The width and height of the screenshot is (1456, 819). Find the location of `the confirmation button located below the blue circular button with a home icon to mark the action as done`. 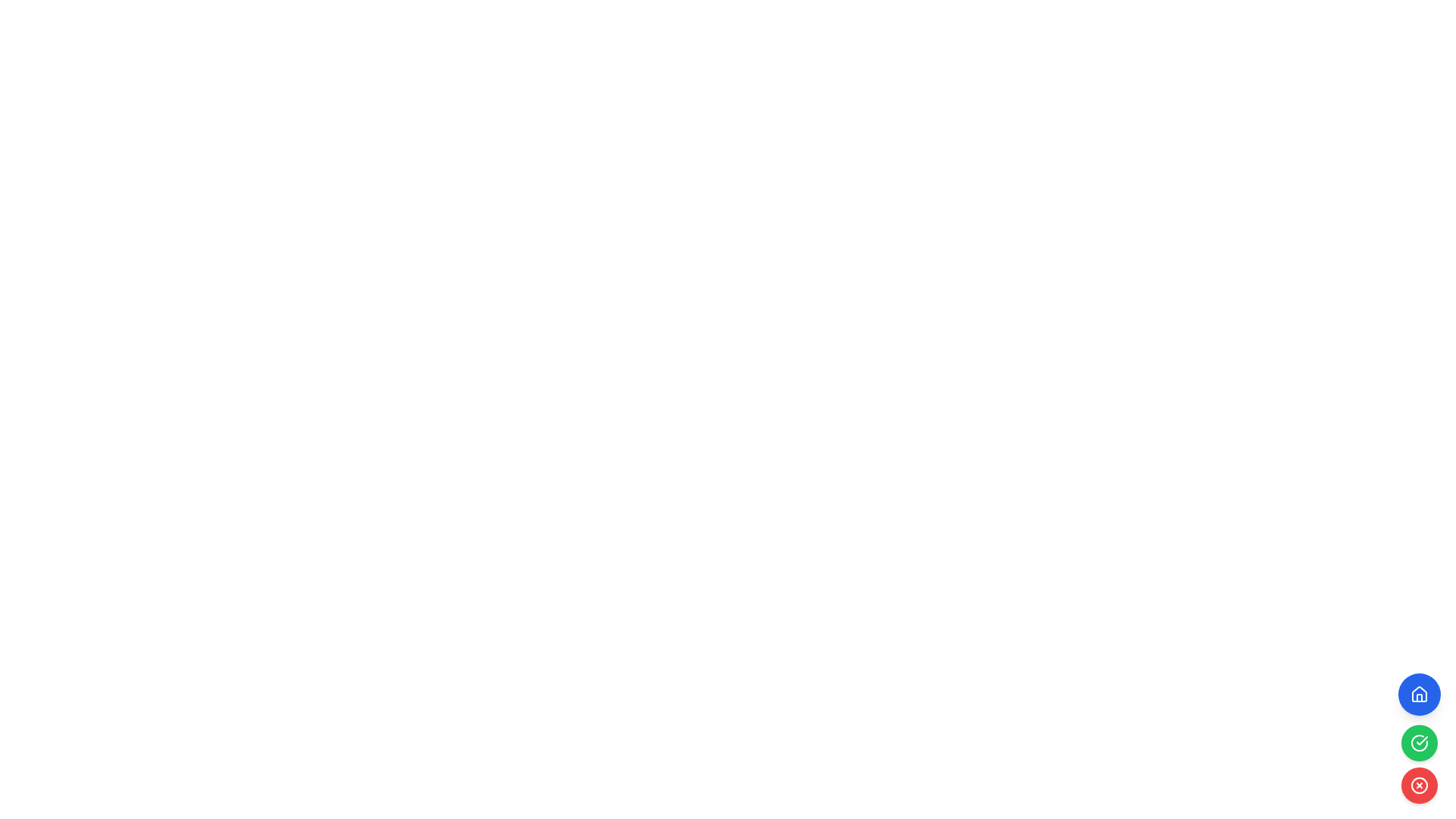

the confirmation button located below the blue circular button with a home icon to mark the action as done is located at coordinates (1419, 742).